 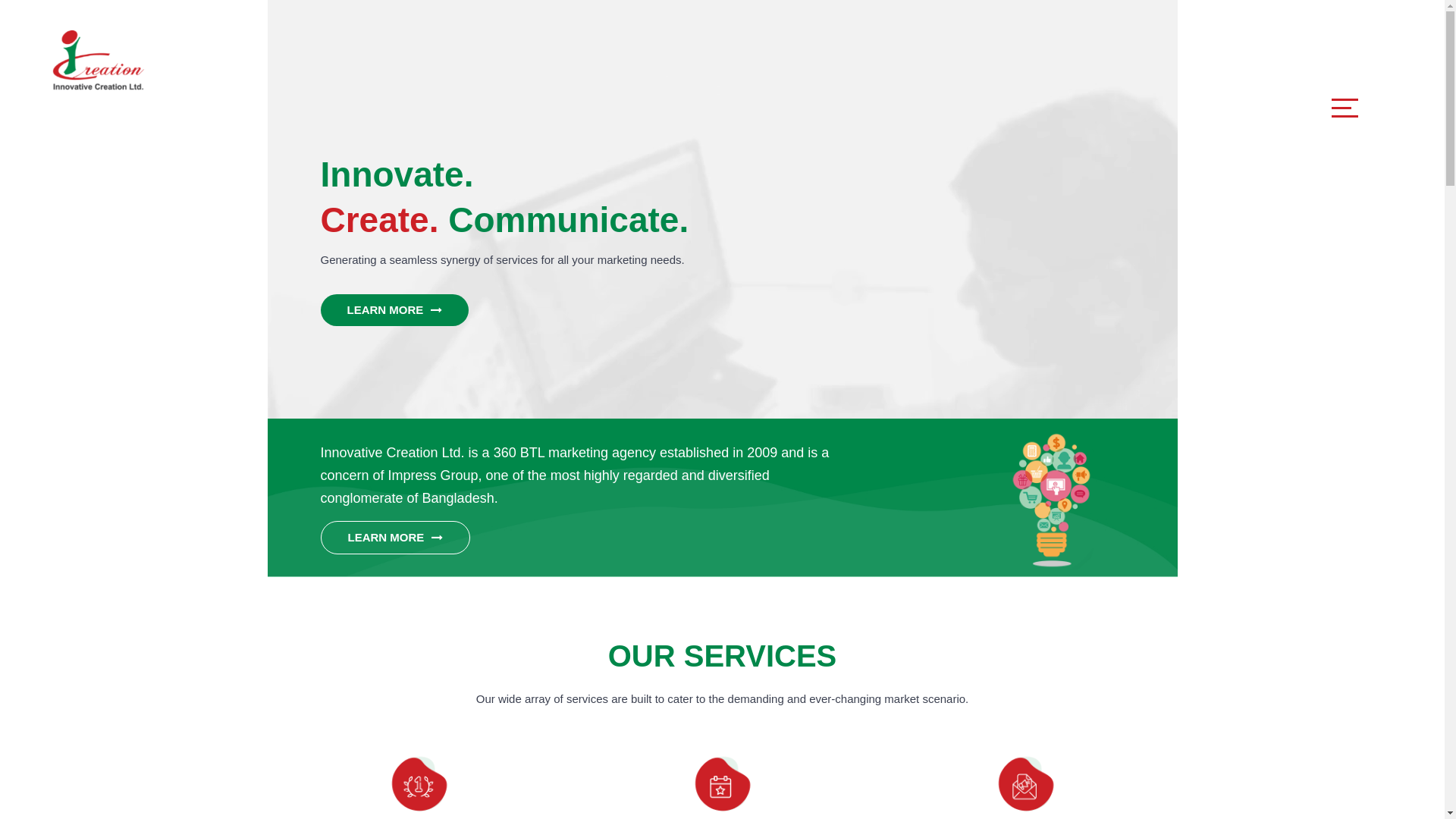 I want to click on 'LEARN MORE', so click(x=394, y=309).